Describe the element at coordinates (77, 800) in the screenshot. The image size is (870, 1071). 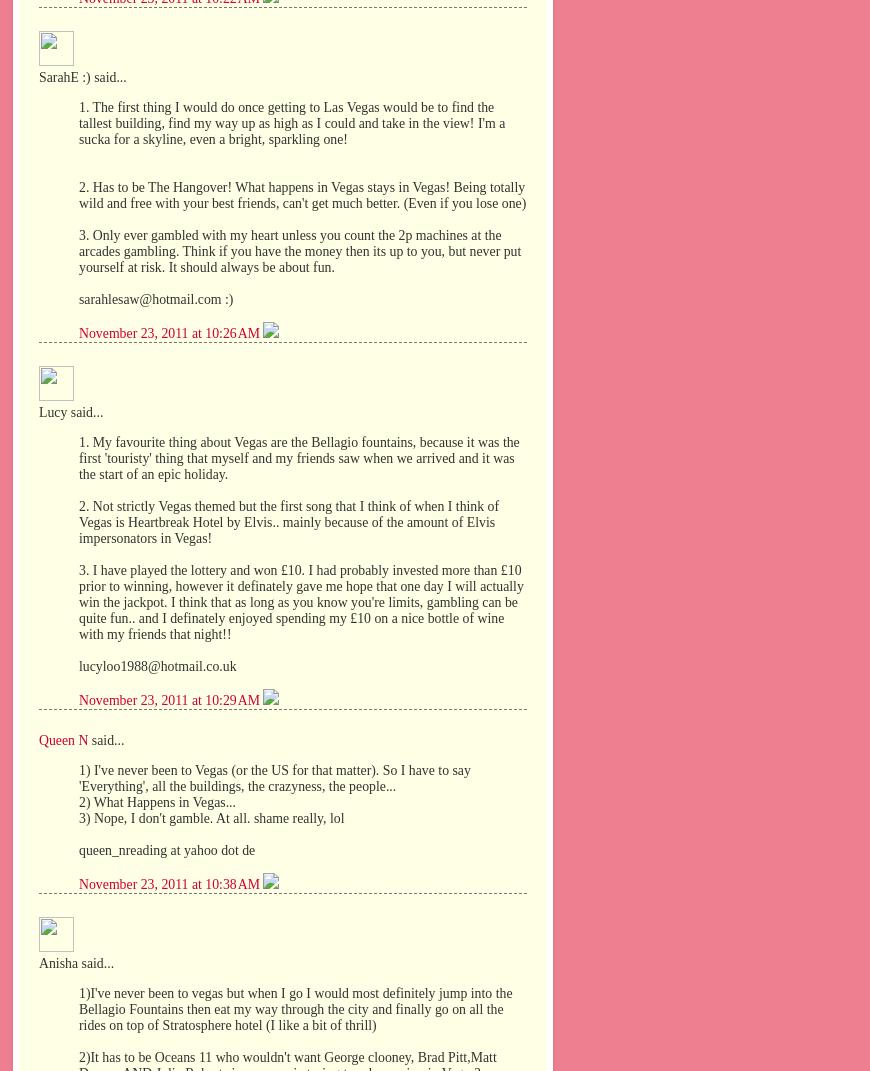
I see `'2) What Happens in Vegas...'` at that location.